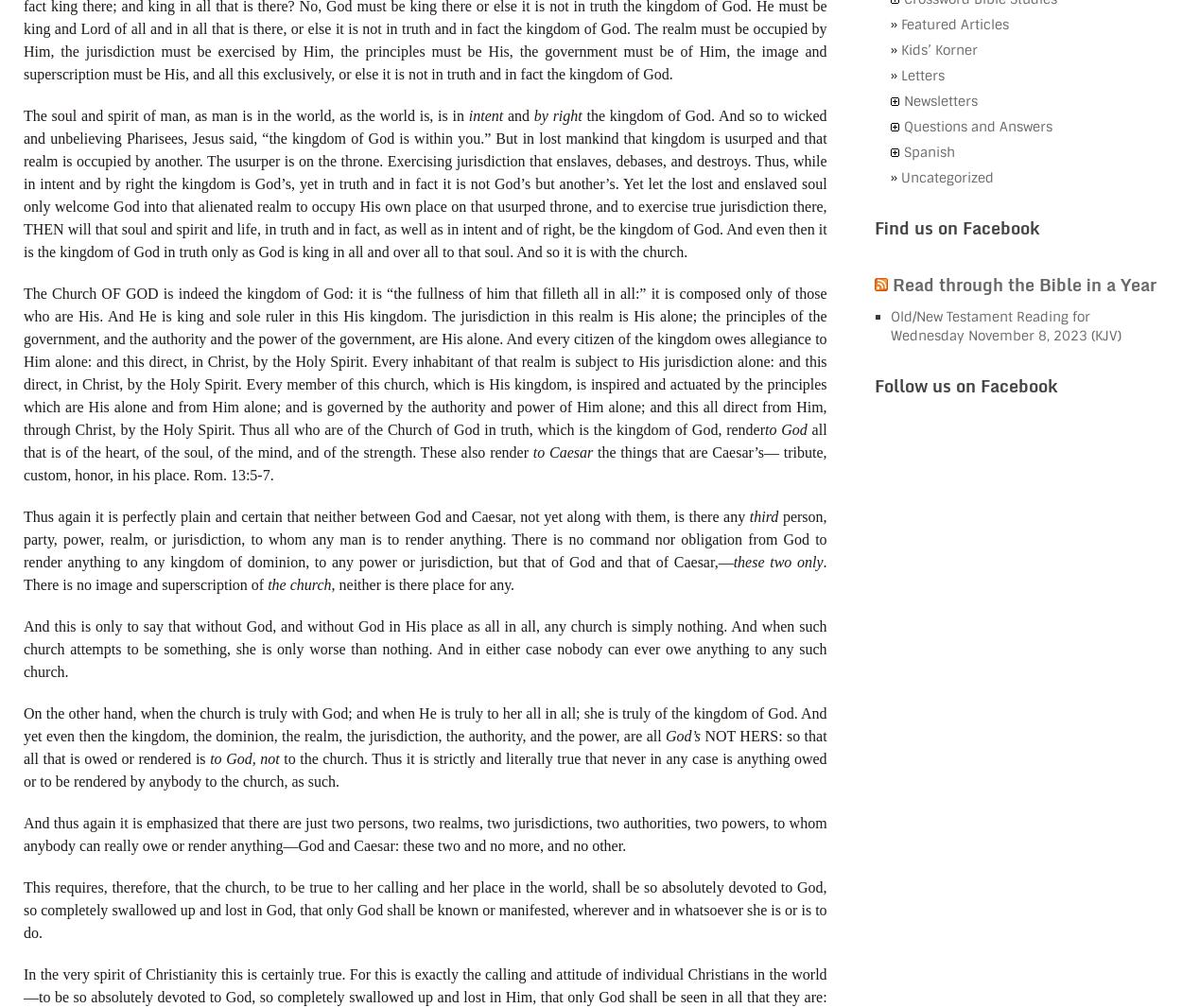  I want to click on 'NOT HERS: so that all that is owed or rendered is', so click(424, 745).